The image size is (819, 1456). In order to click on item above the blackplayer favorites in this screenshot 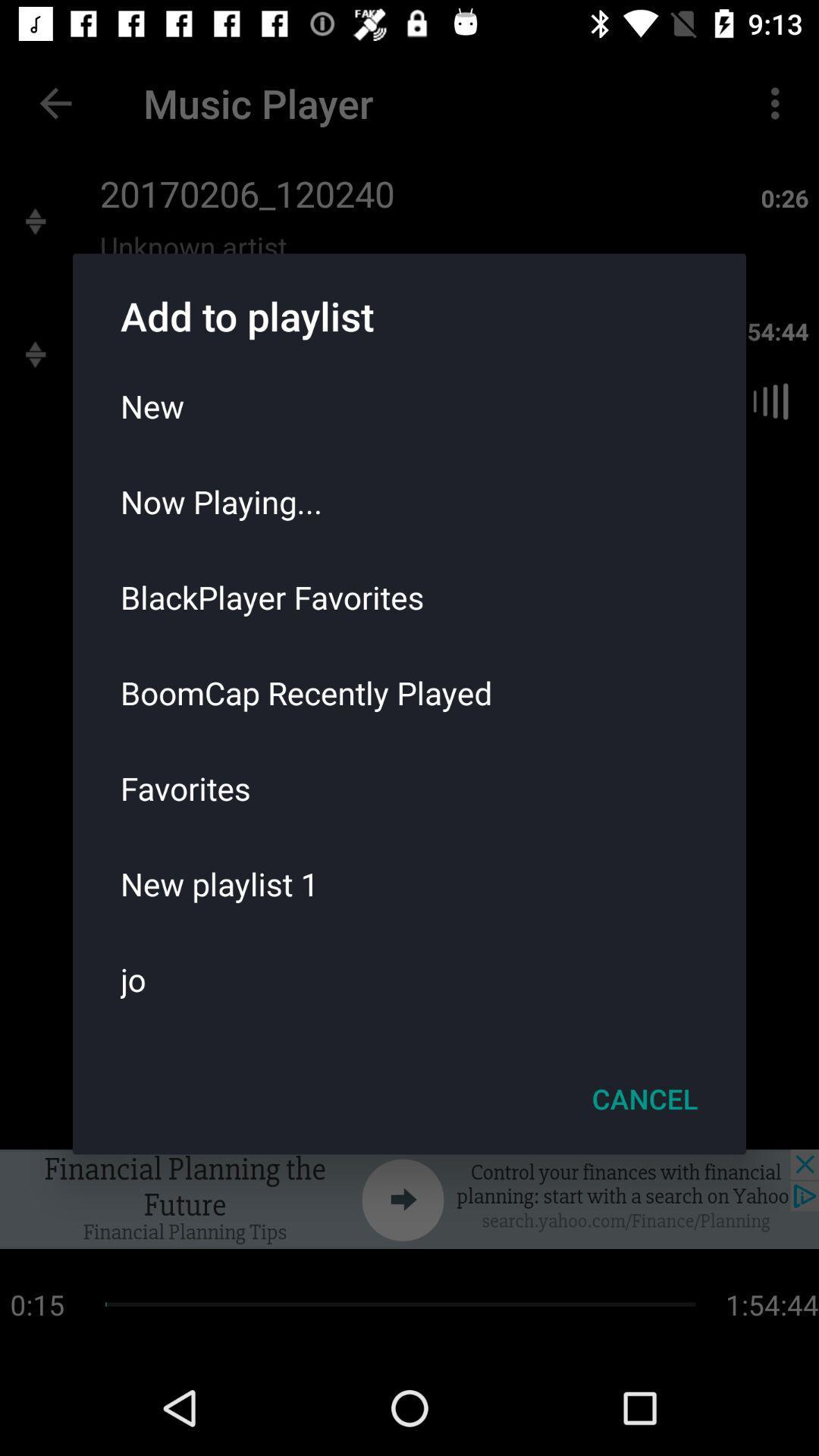, I will do `click(409, 501)`.